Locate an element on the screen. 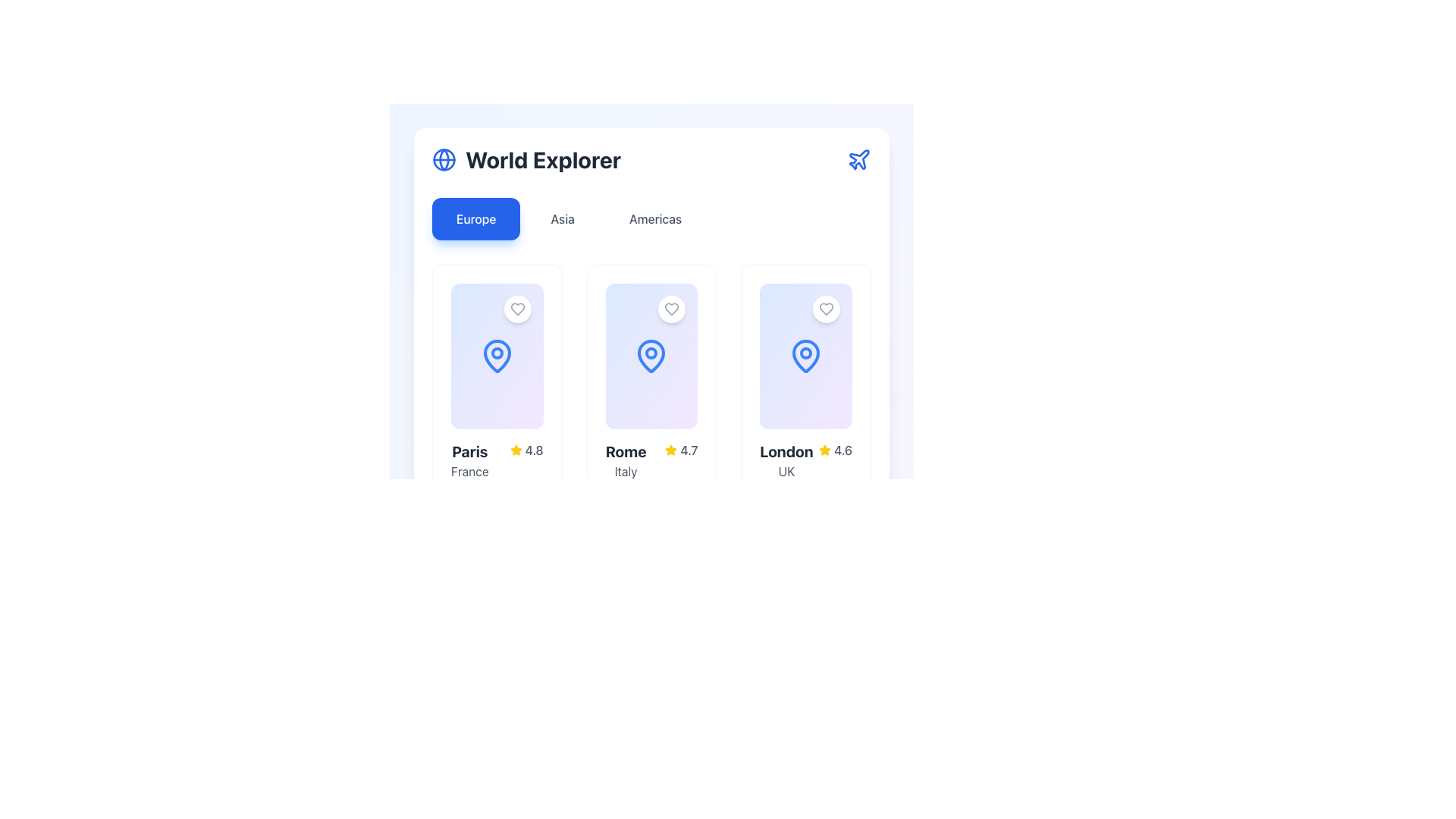  the lower elliptical section of the blue map pin icon located in the 'London UK' card, which is the third card from the left in the horizontal row of location cards is located at coordinates (805, 356).